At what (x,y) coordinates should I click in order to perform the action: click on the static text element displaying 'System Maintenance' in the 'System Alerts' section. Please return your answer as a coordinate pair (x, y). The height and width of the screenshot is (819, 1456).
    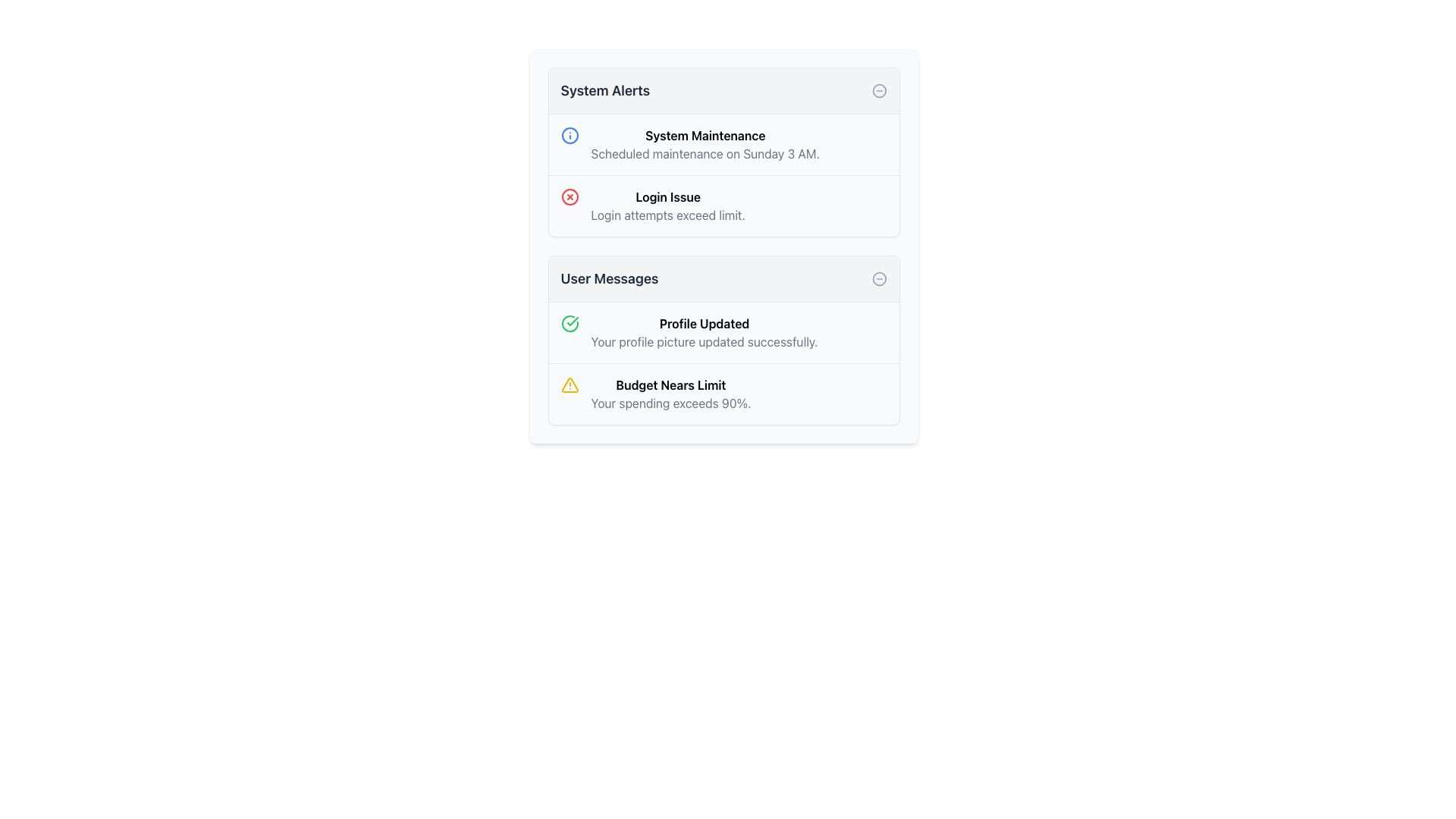
    Looking at the image, I should click on (704, 134).